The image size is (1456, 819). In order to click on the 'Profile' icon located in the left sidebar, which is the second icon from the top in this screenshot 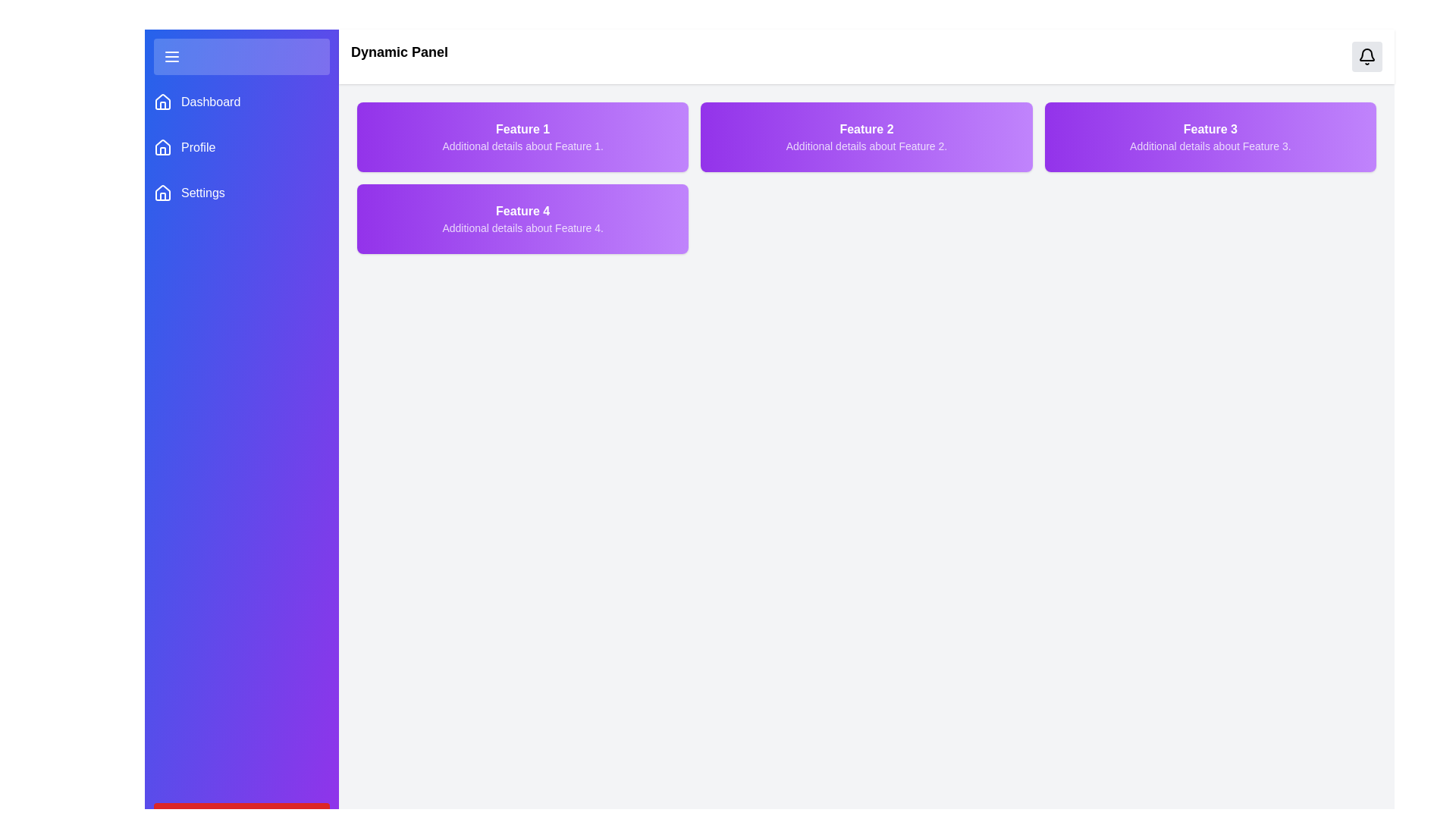, I will do `click(163, 148)`.